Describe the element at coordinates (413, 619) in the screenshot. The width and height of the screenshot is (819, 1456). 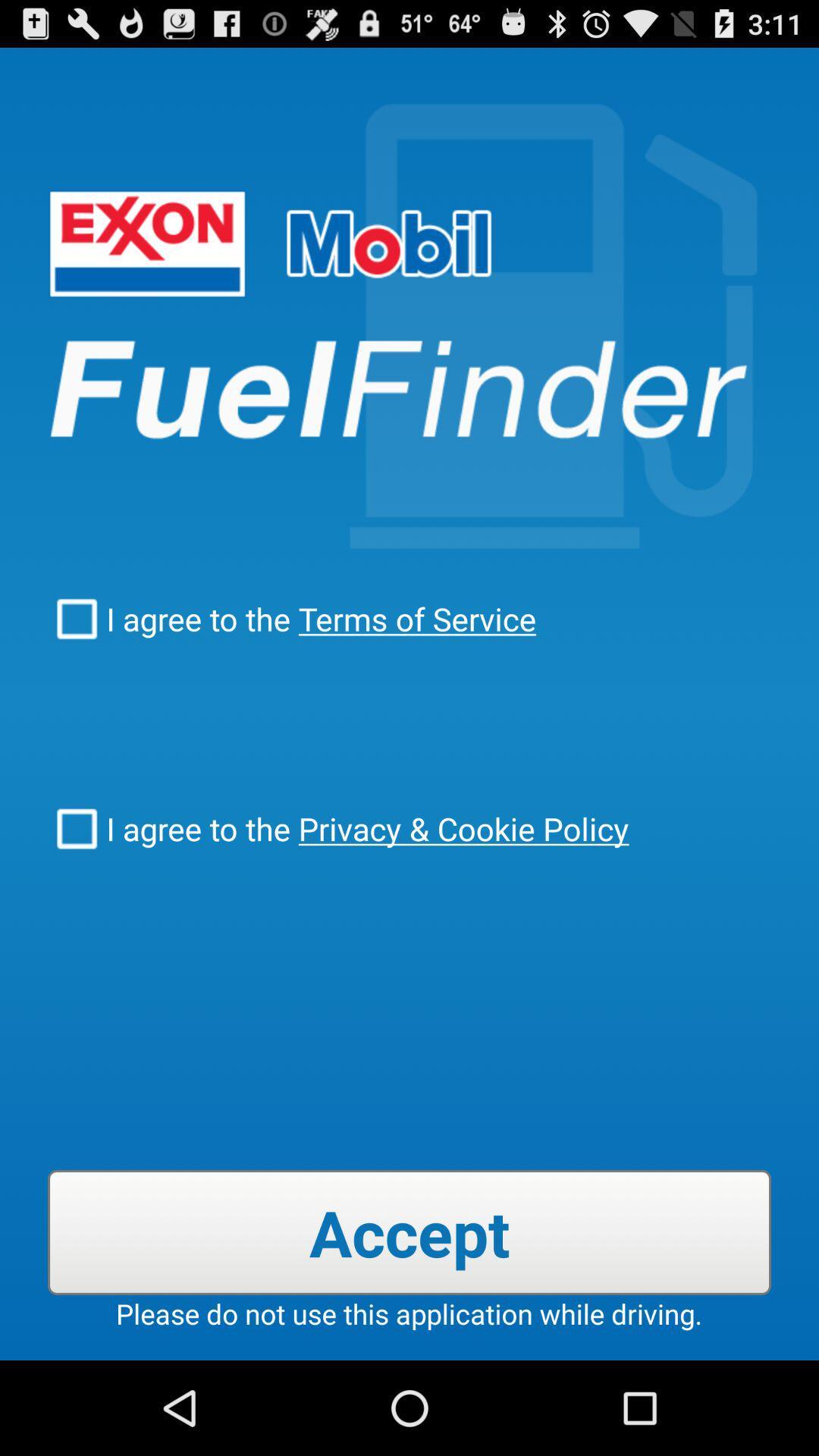
I see `checkbox to the right of the i agree to` at that location.